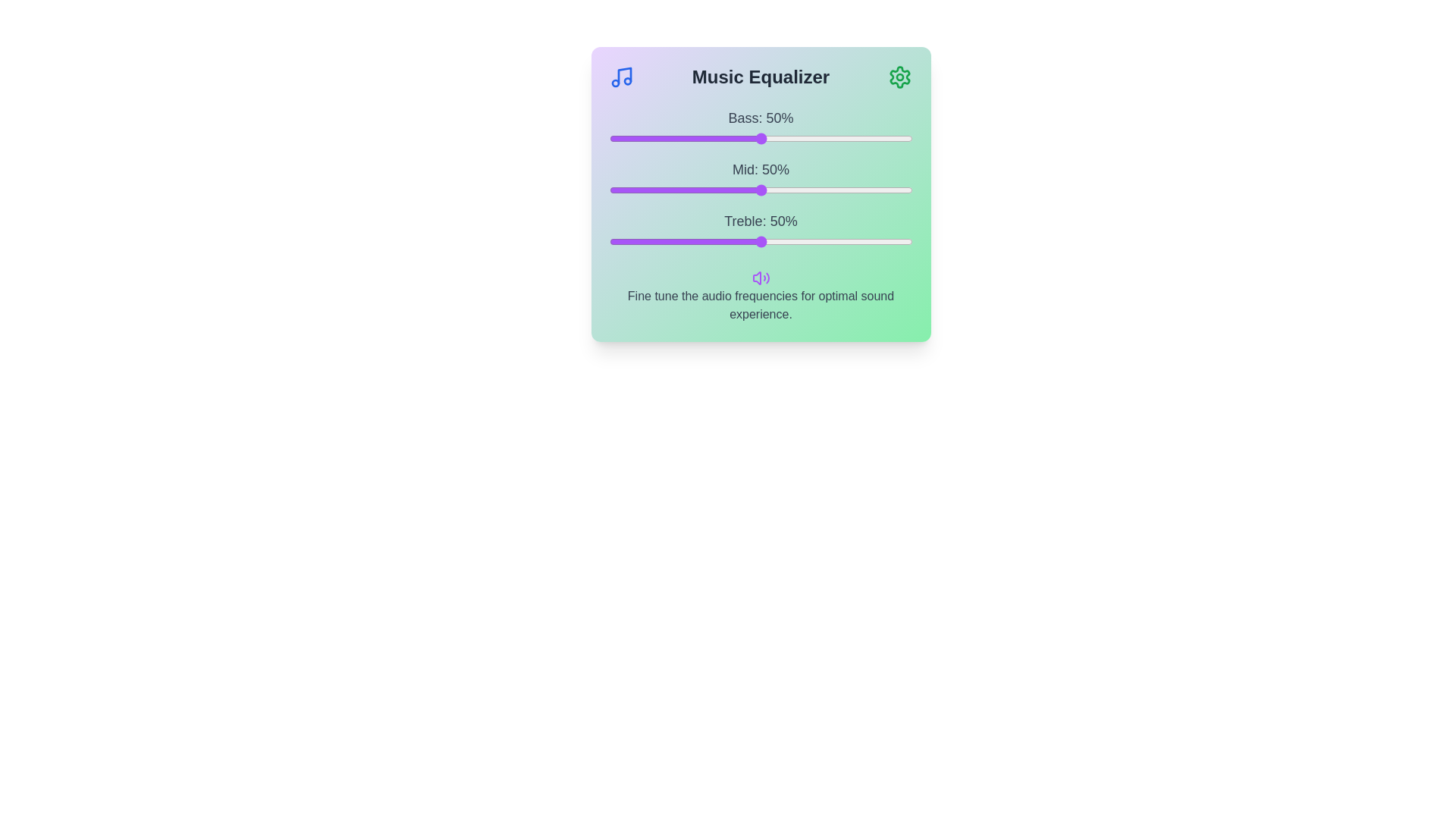  What do you see at coordinates (882, 189) in the screenshot?
I see `the mid frequency slider to 90%` at bounding box center [882, 189].